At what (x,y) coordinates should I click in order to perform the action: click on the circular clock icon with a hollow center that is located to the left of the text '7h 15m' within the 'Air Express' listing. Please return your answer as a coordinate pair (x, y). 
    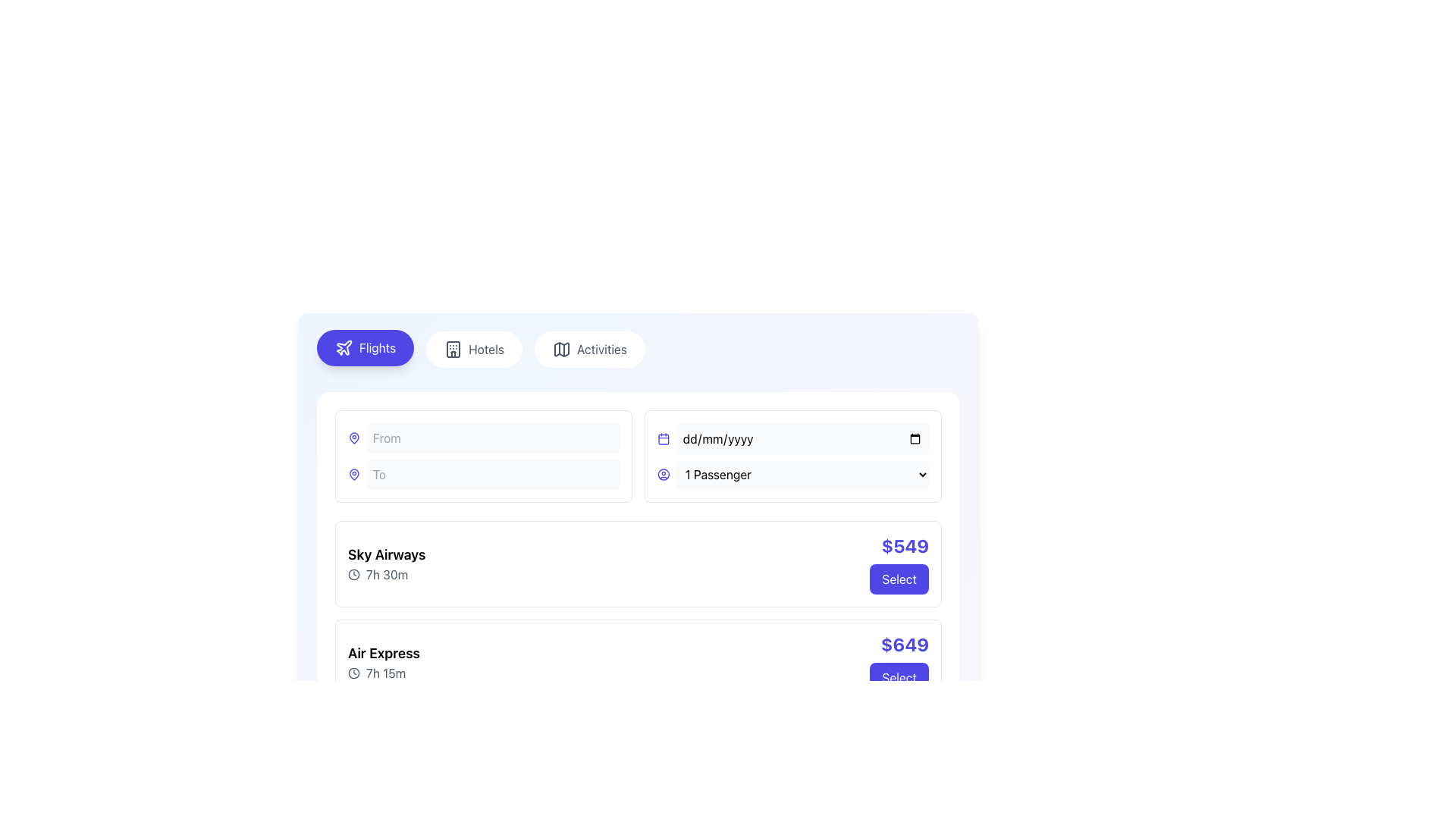
    Looking at the image, I should click on (353, 672).